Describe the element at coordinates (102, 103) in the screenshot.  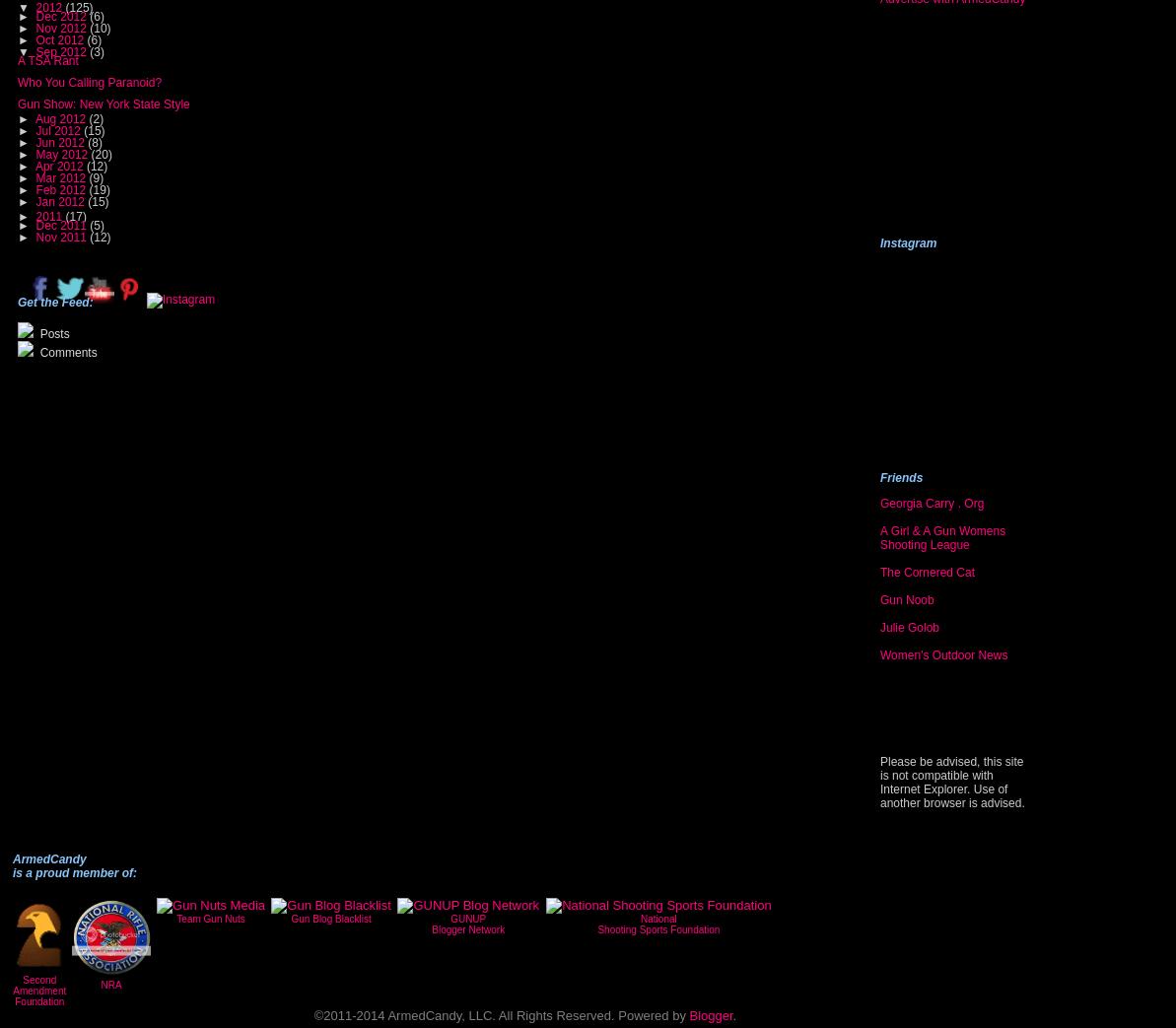
I see `'Gun Show: New York State Style'` at that location.